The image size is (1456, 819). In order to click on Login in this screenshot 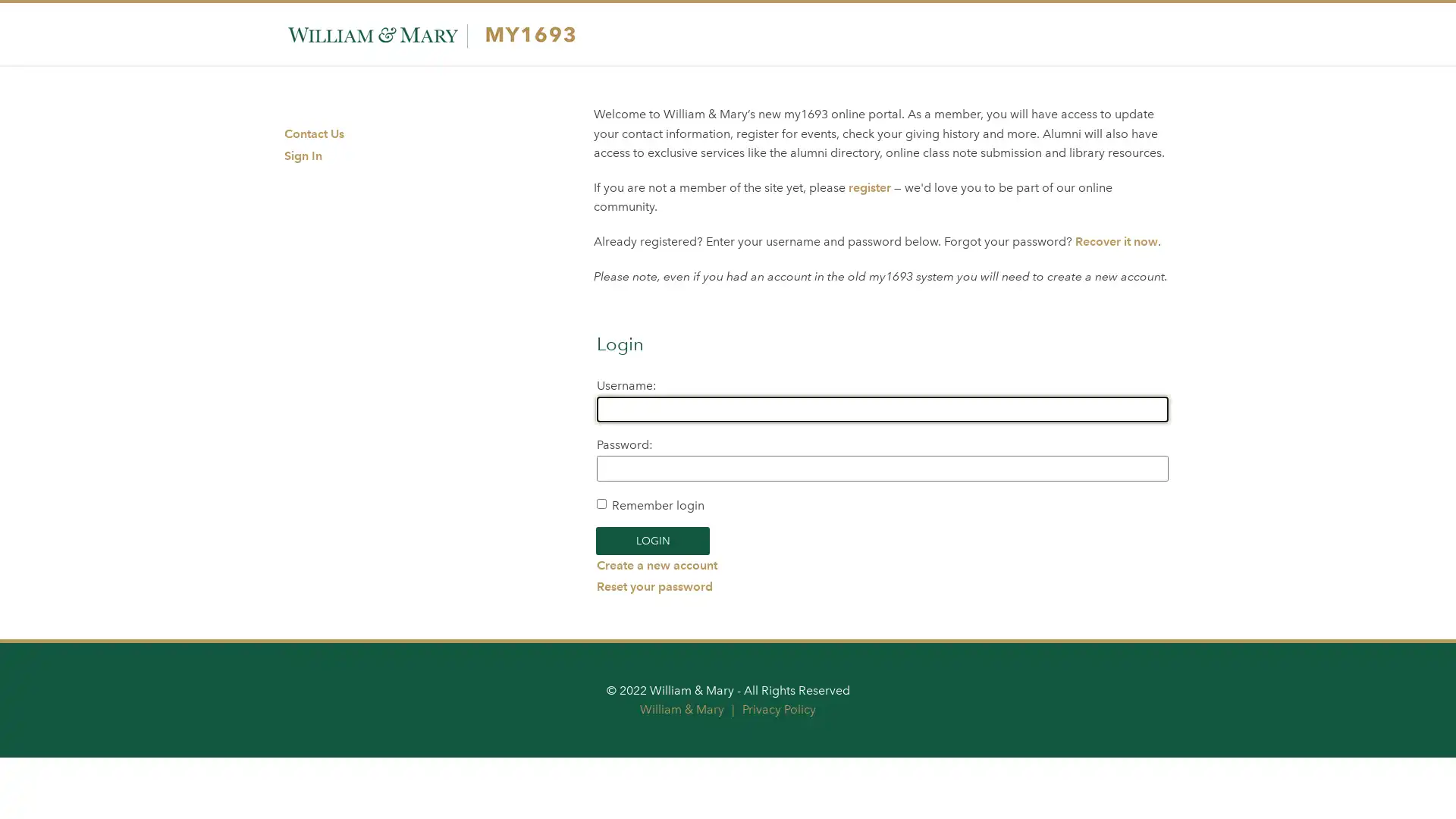, I will do `click(652, 540)`.